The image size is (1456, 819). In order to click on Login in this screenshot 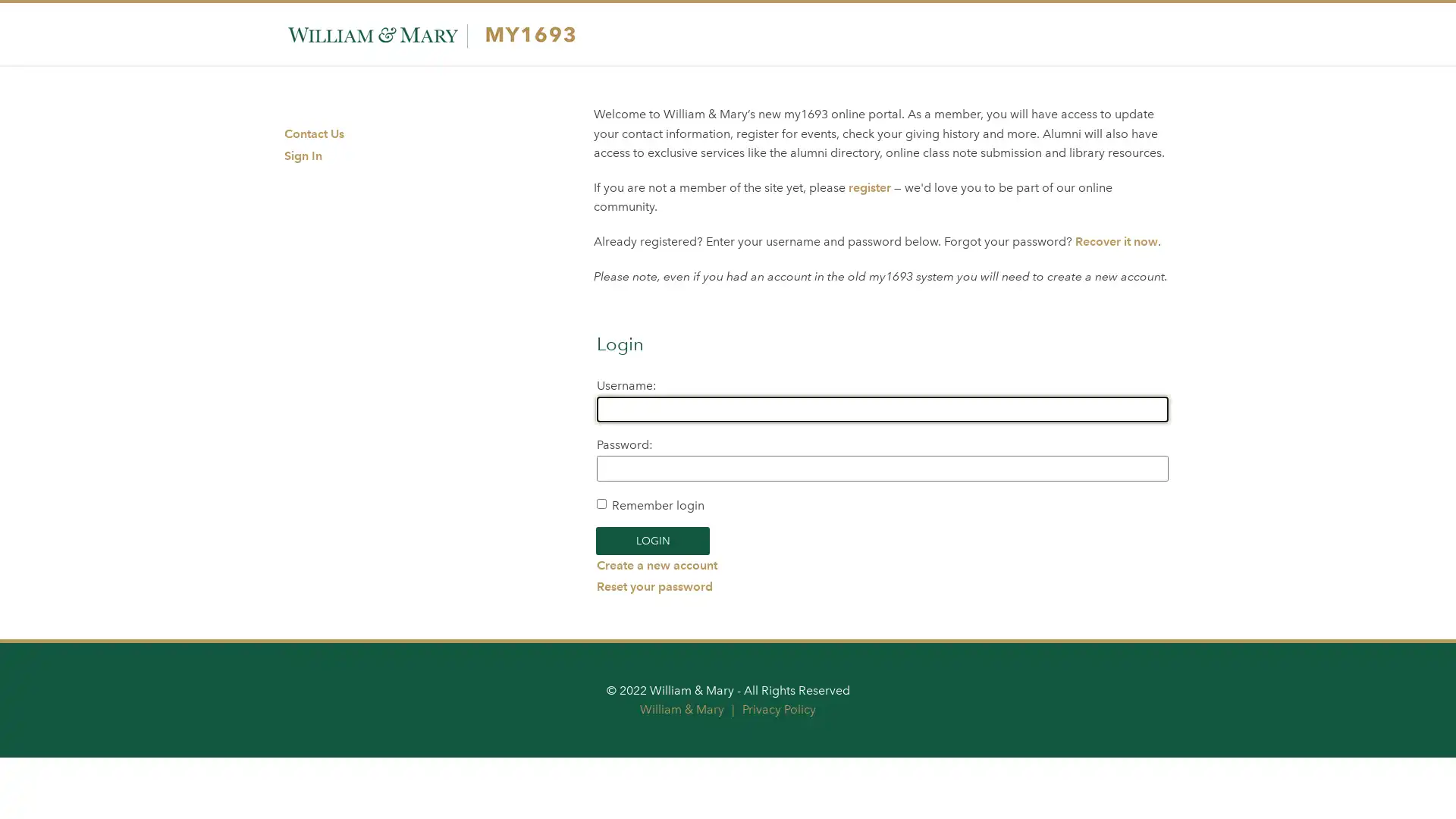, I will do `click(652, 540)`.